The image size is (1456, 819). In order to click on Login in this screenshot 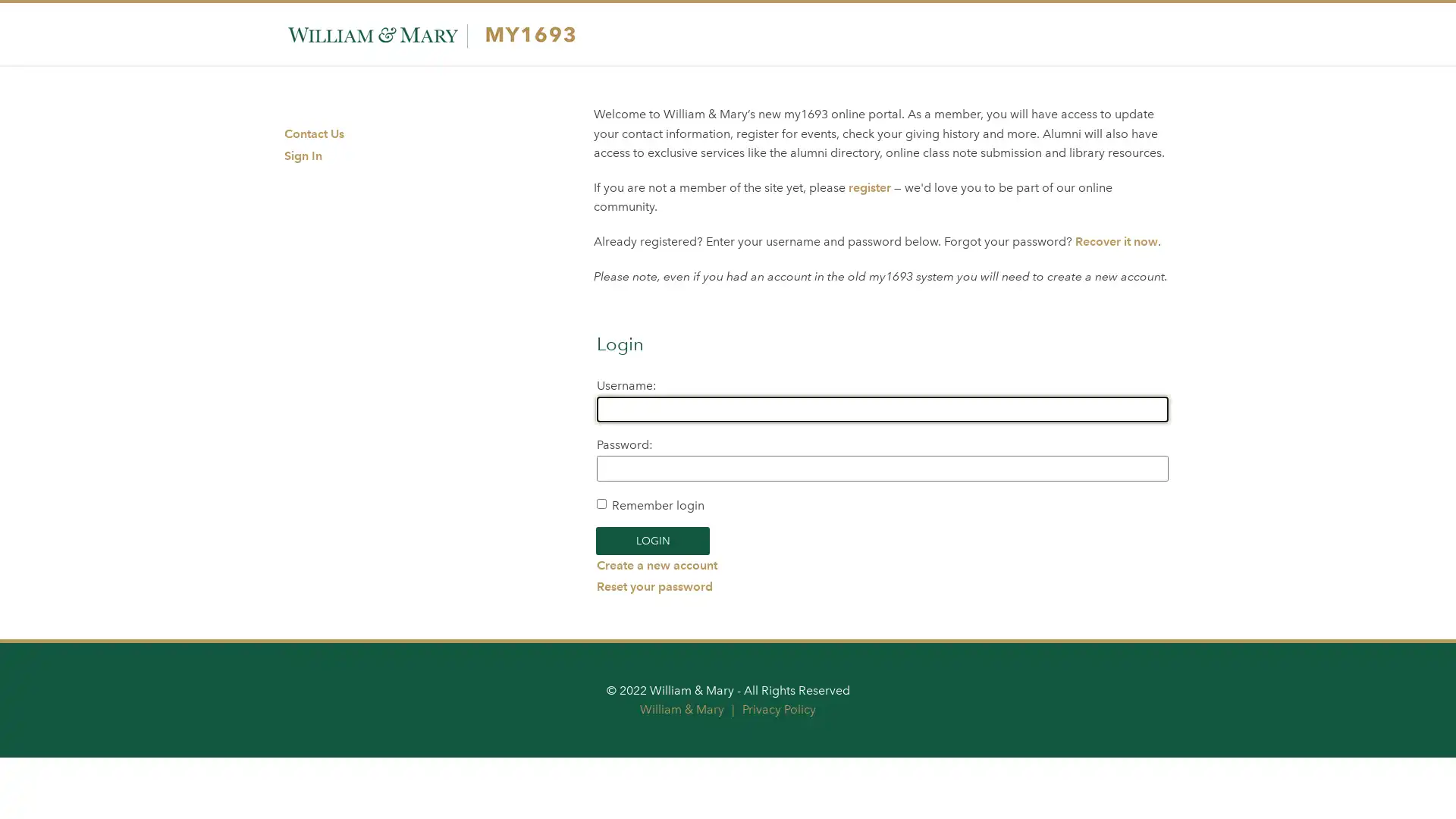, I will do `click(652, 540)`.